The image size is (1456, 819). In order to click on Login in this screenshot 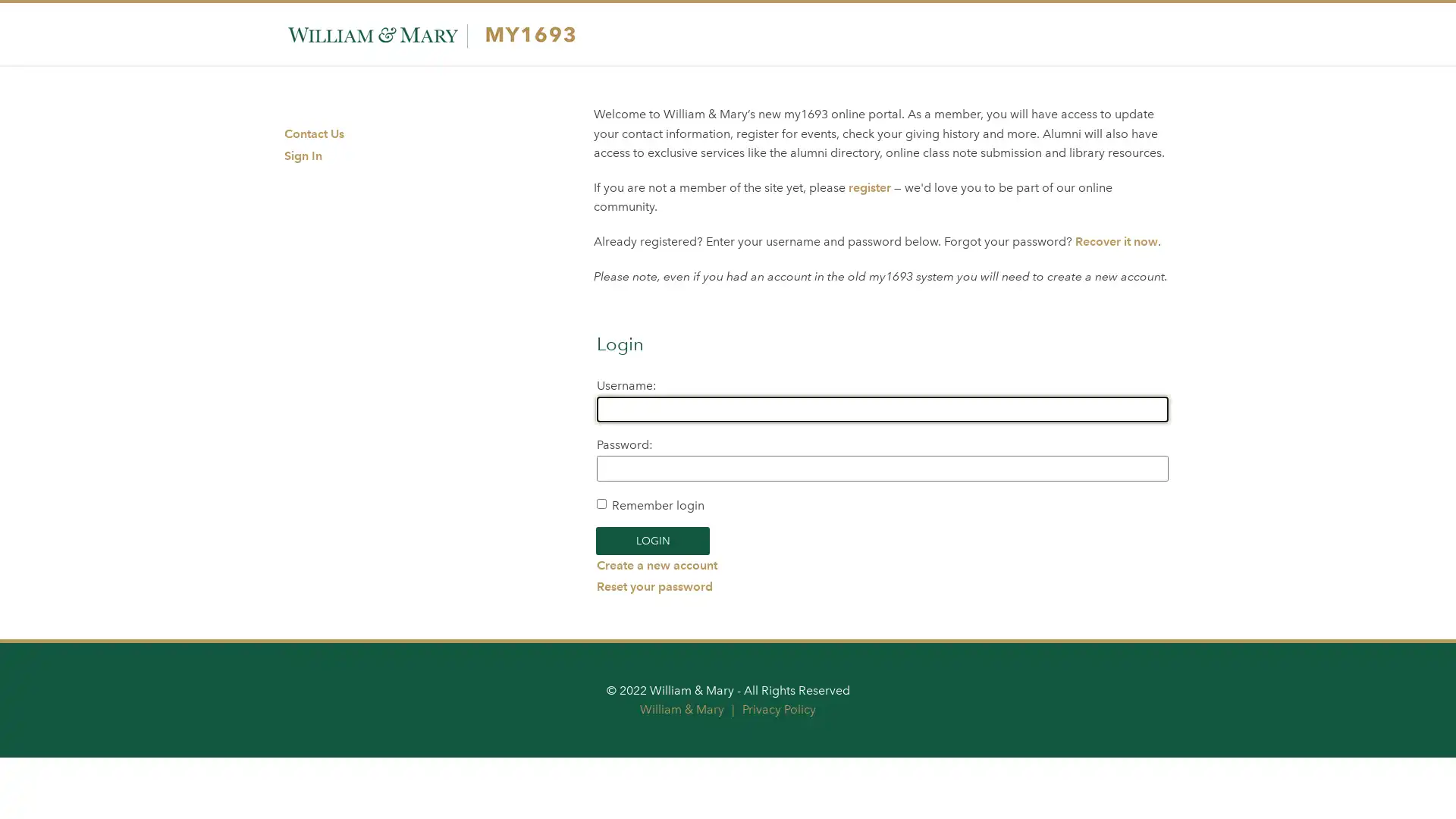, I will do `click(652, 540)`.